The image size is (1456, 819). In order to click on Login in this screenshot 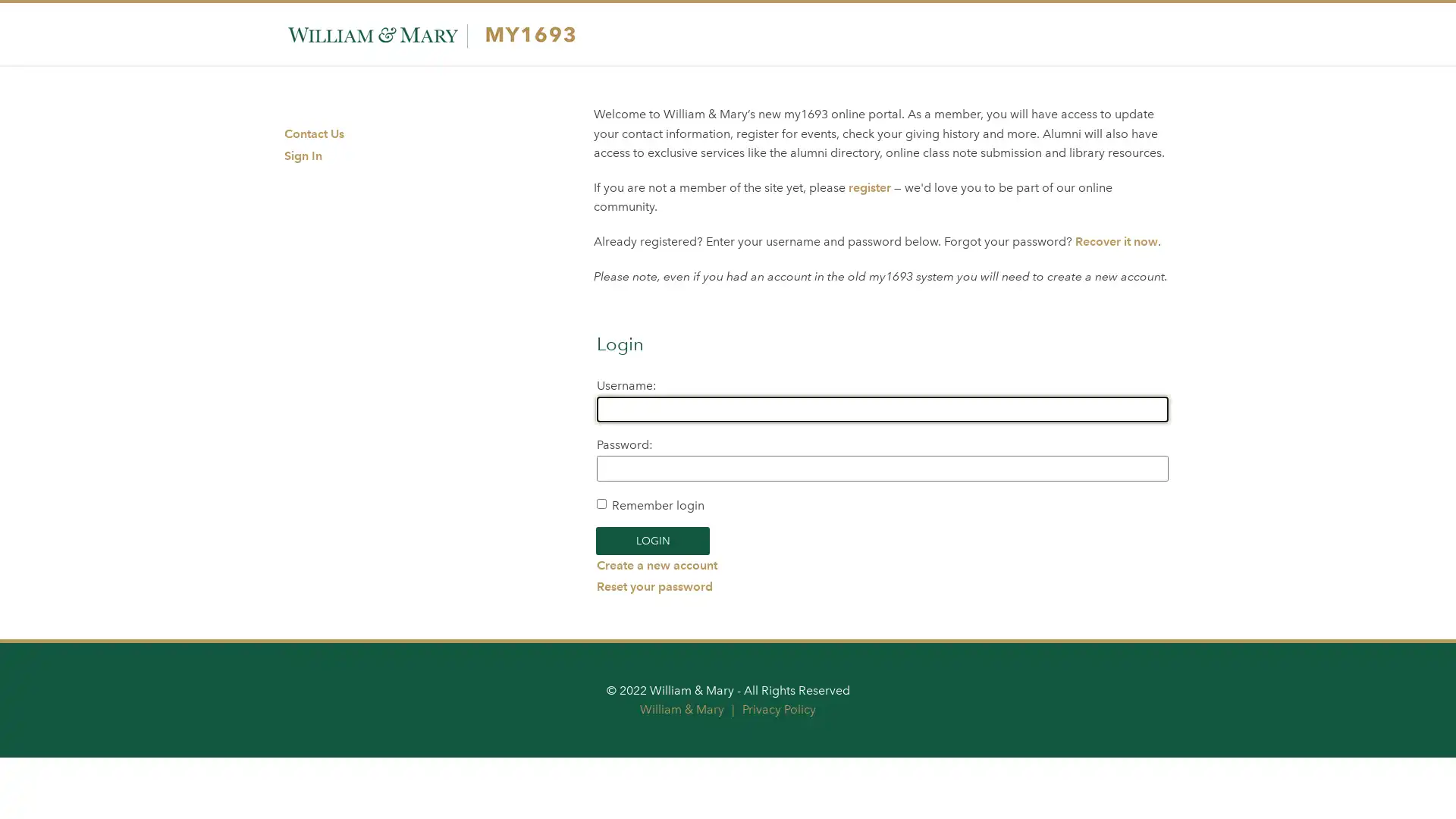, I will do `click(652, 540)`.